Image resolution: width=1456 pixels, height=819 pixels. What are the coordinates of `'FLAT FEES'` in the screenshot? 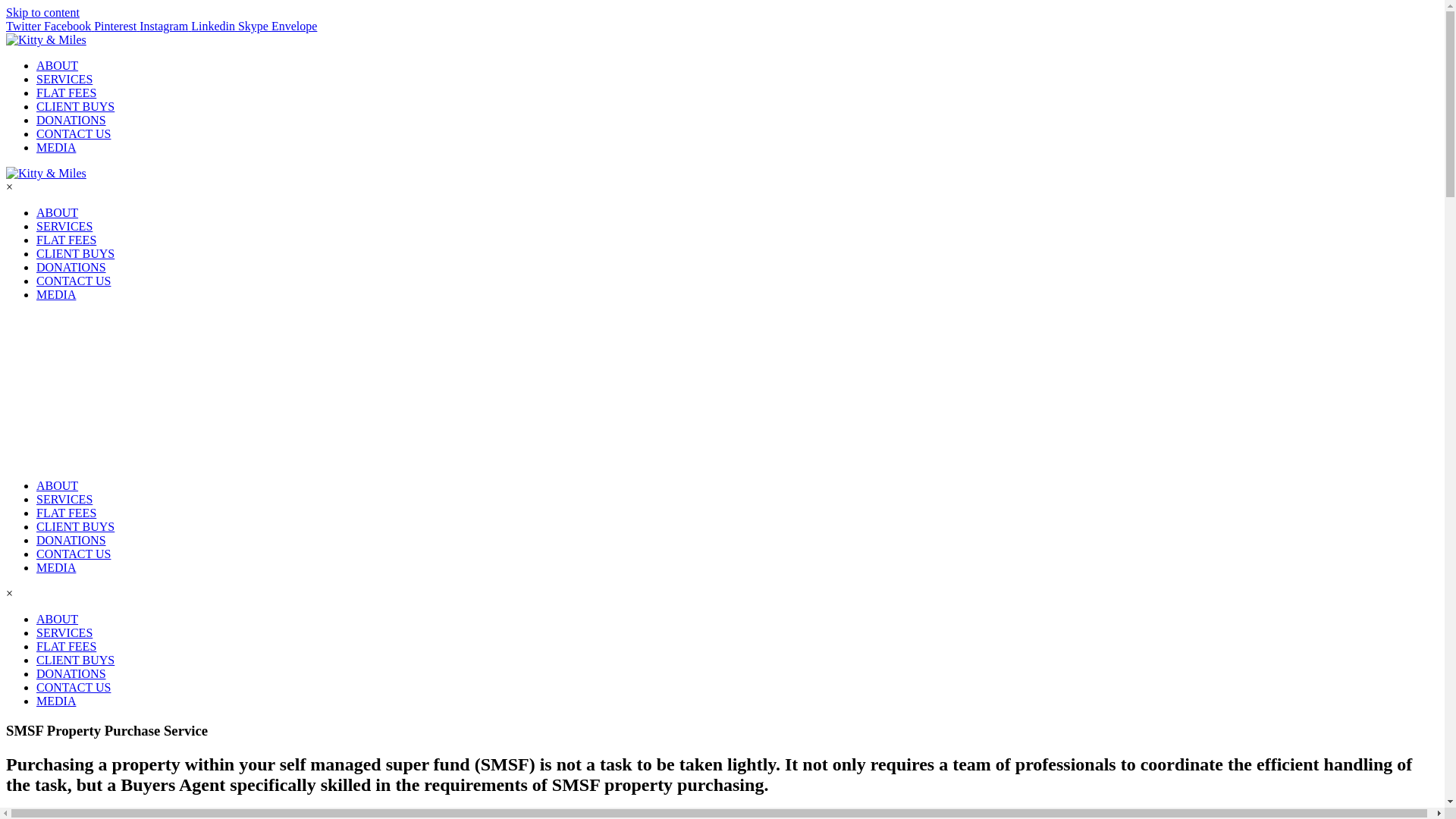 It's located at (712, 70).